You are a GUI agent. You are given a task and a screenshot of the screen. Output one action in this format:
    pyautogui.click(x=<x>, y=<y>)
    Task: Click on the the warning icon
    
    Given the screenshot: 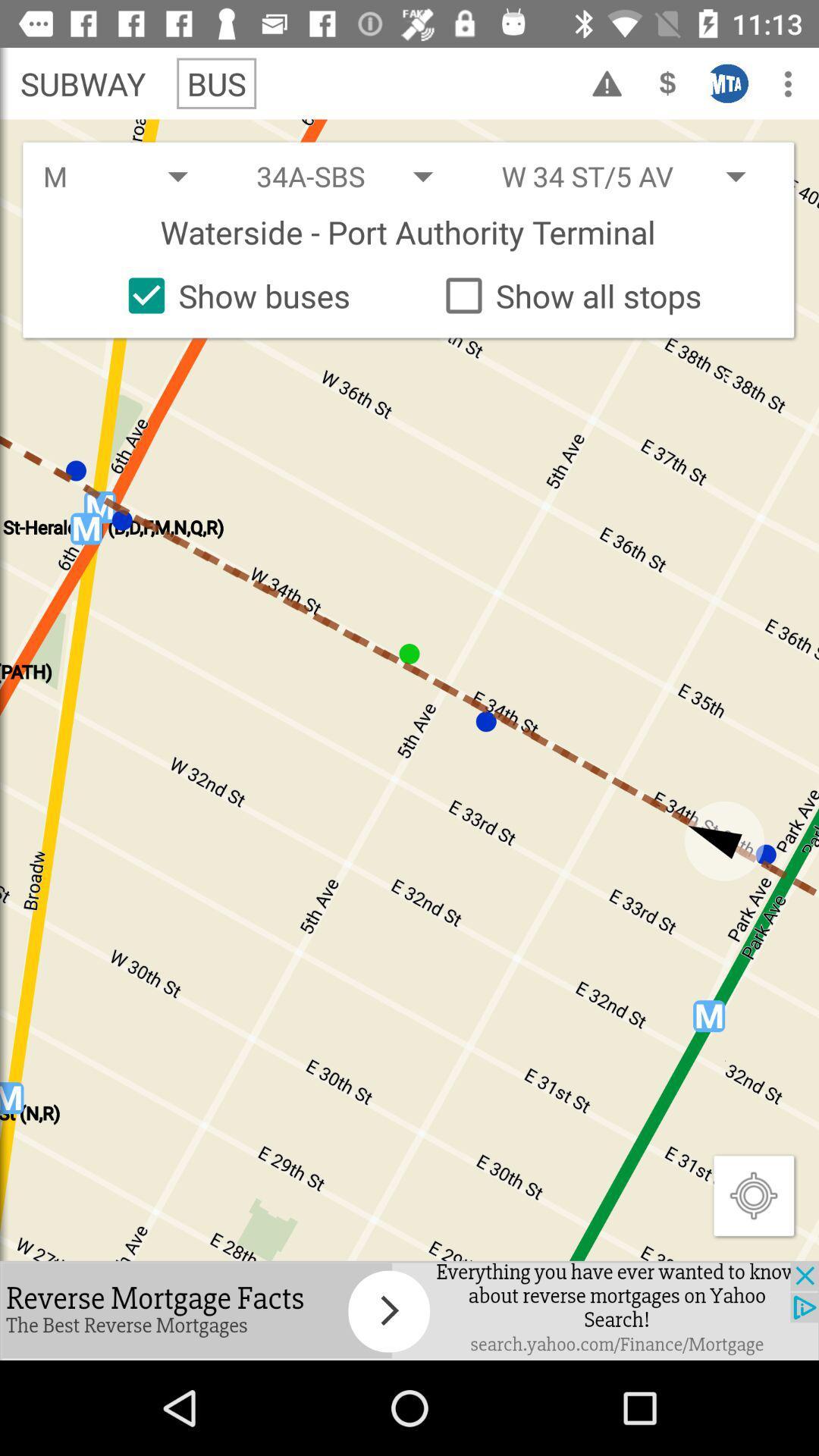 What is the action you would take?
    pyautogui.click(x=607, y=83)
    